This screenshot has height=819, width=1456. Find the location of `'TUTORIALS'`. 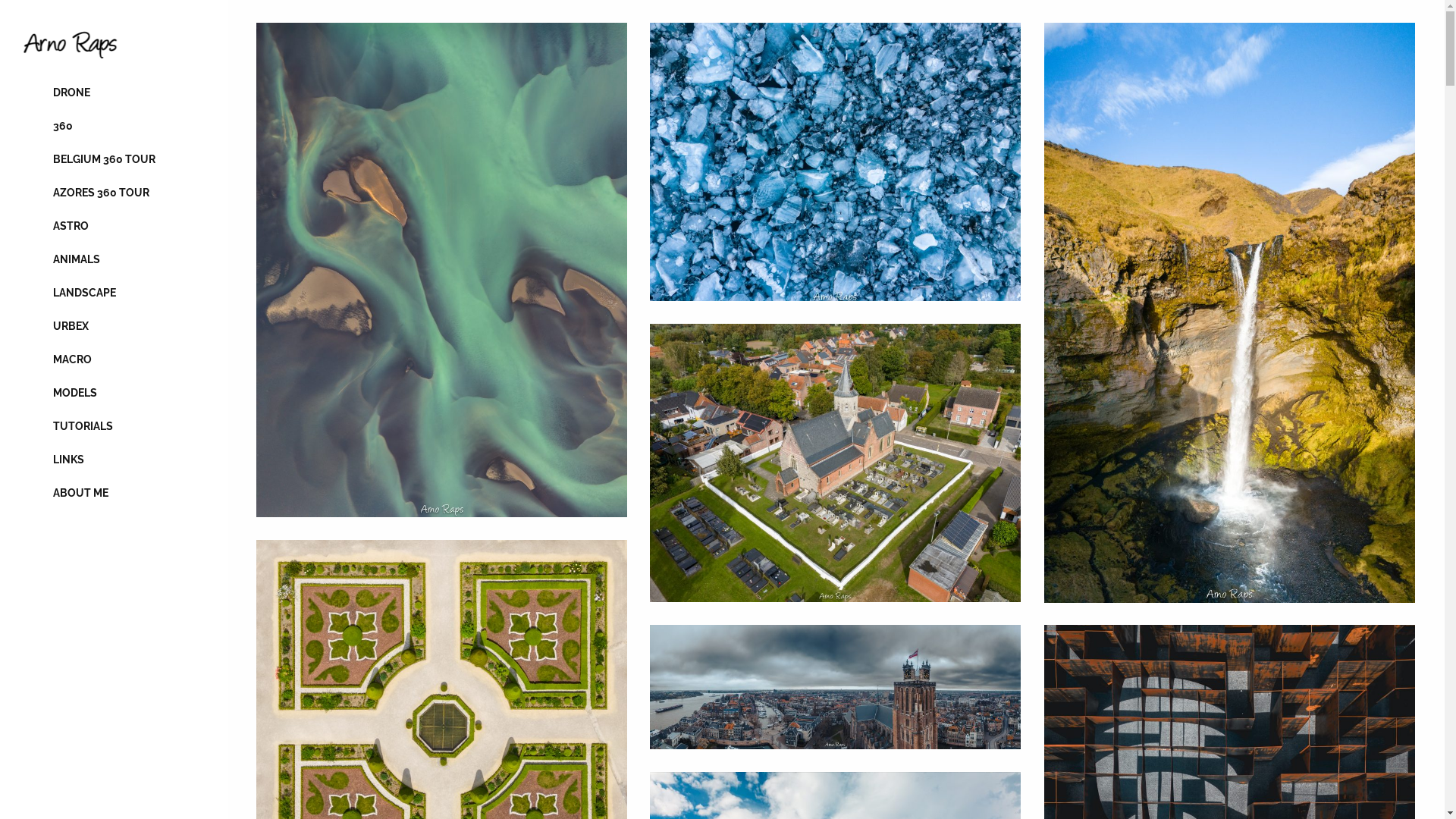

'TUTORIALS' is located at coordinates (112, 426).